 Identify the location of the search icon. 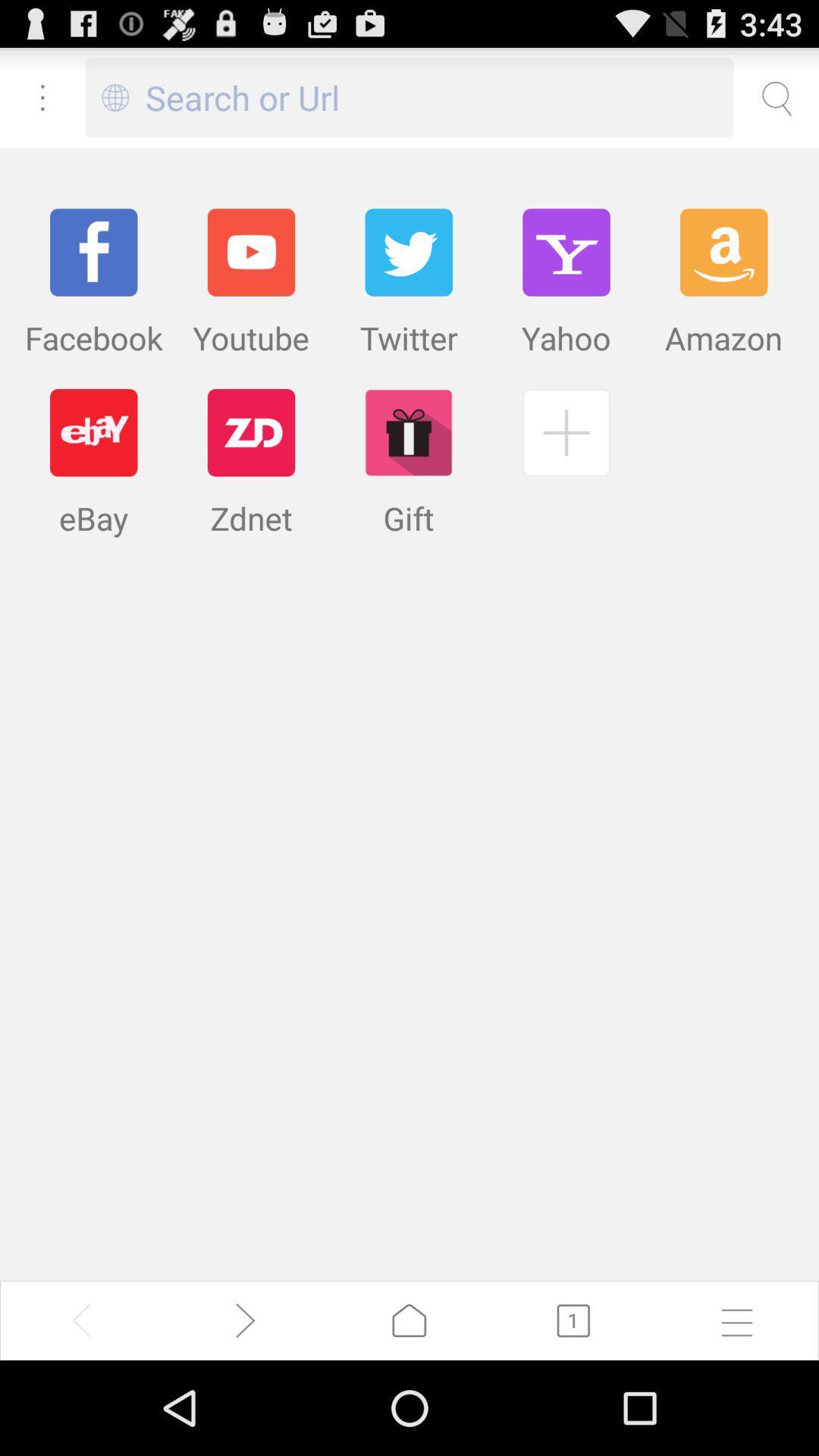
(776, 104).